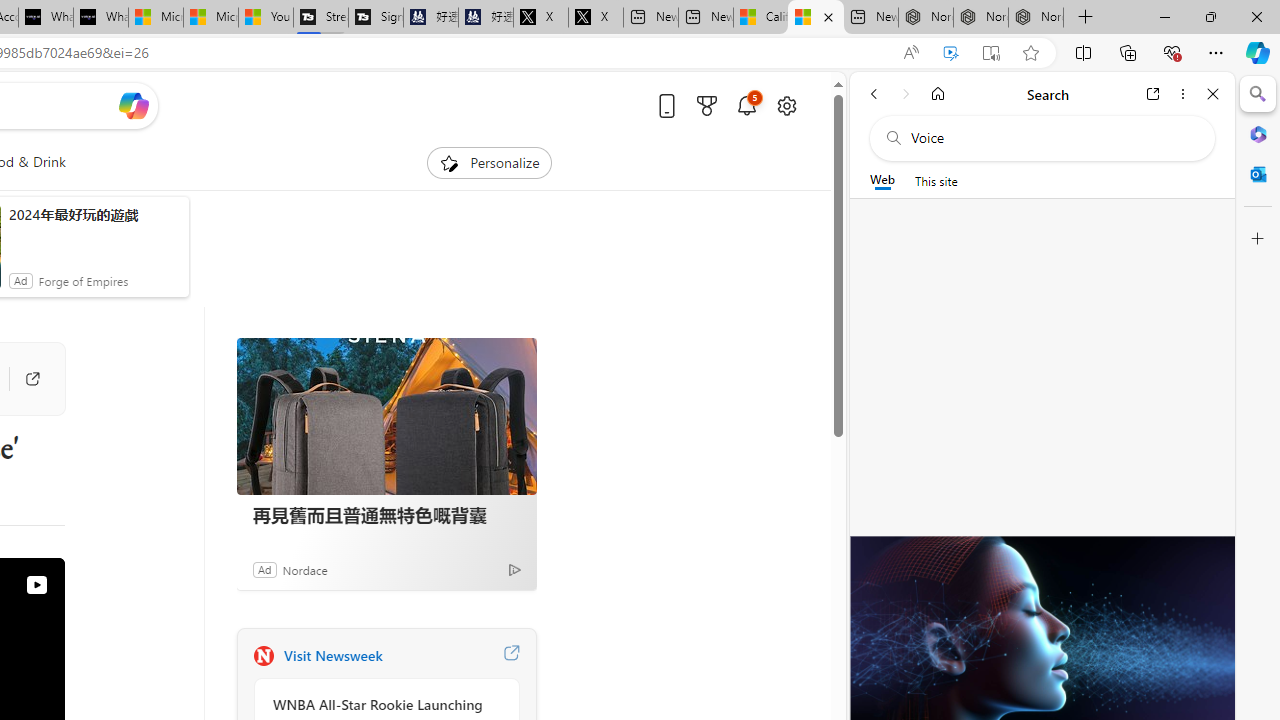  I want to click on 'To get missing image descriptions, open the context menu.', so click(448, 161).